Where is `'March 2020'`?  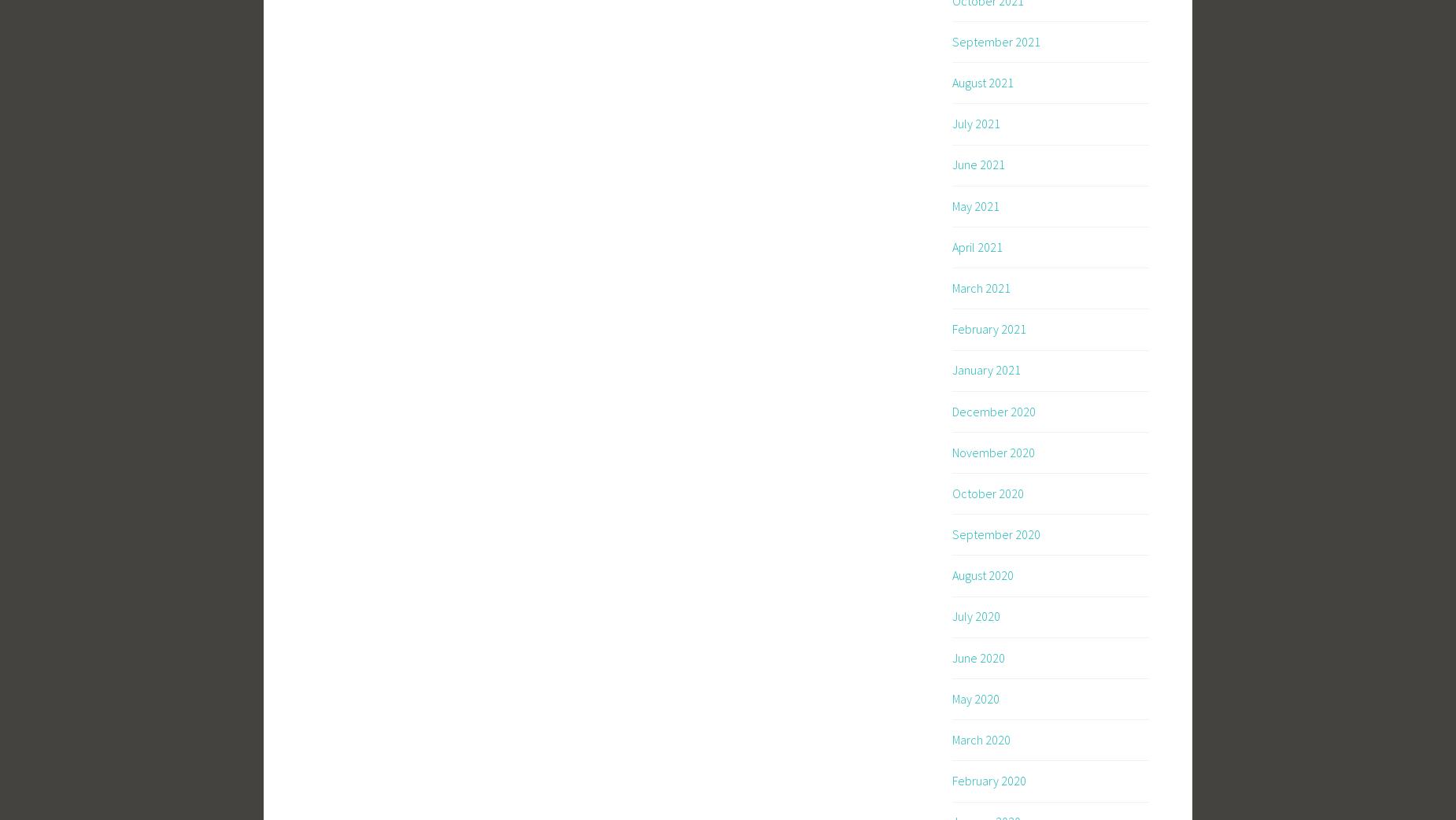
'March 2020' is located at coordinates (981, 738).